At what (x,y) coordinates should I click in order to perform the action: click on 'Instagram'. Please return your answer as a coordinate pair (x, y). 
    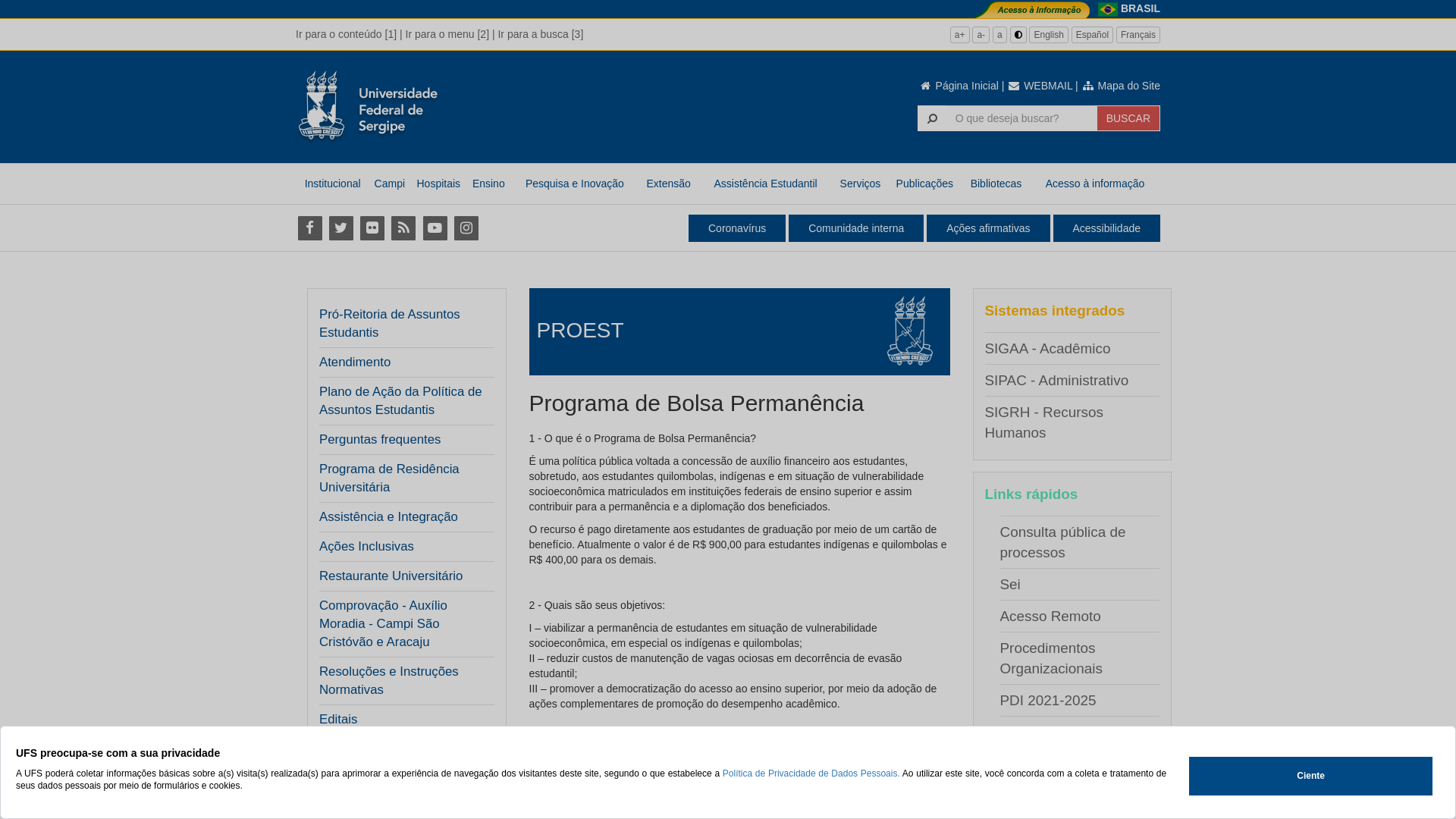
    Looking at the image, I should click on (465, 227).